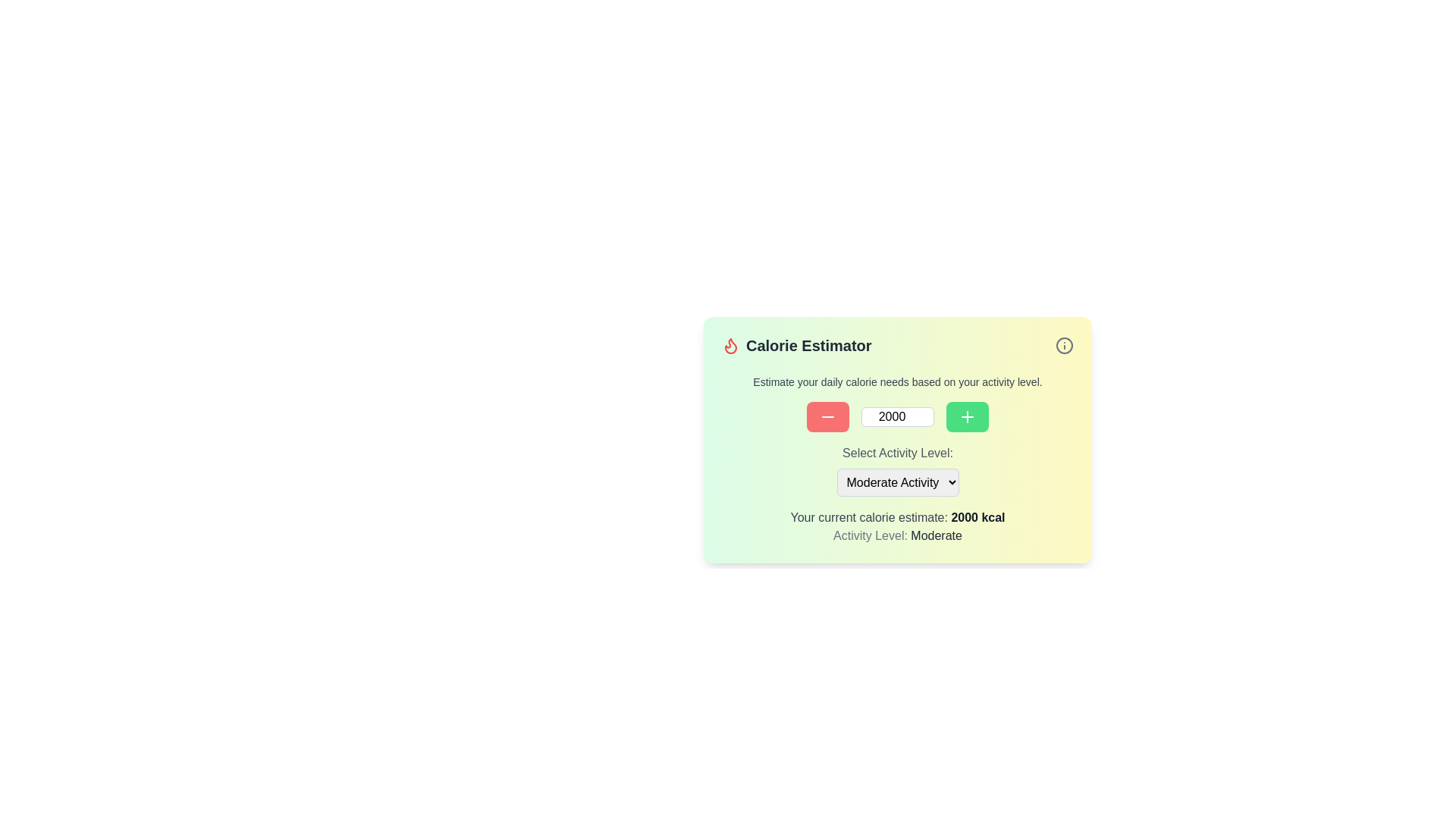 The width and height of the screenshot is (1456, 819). What do you see at coordinates (827, 417) in the screenshot?
I see `the button to the left of the numeric input field that decreases the calorie count value displayed, which is currently set to 2000` at bounding box center [827, 417].